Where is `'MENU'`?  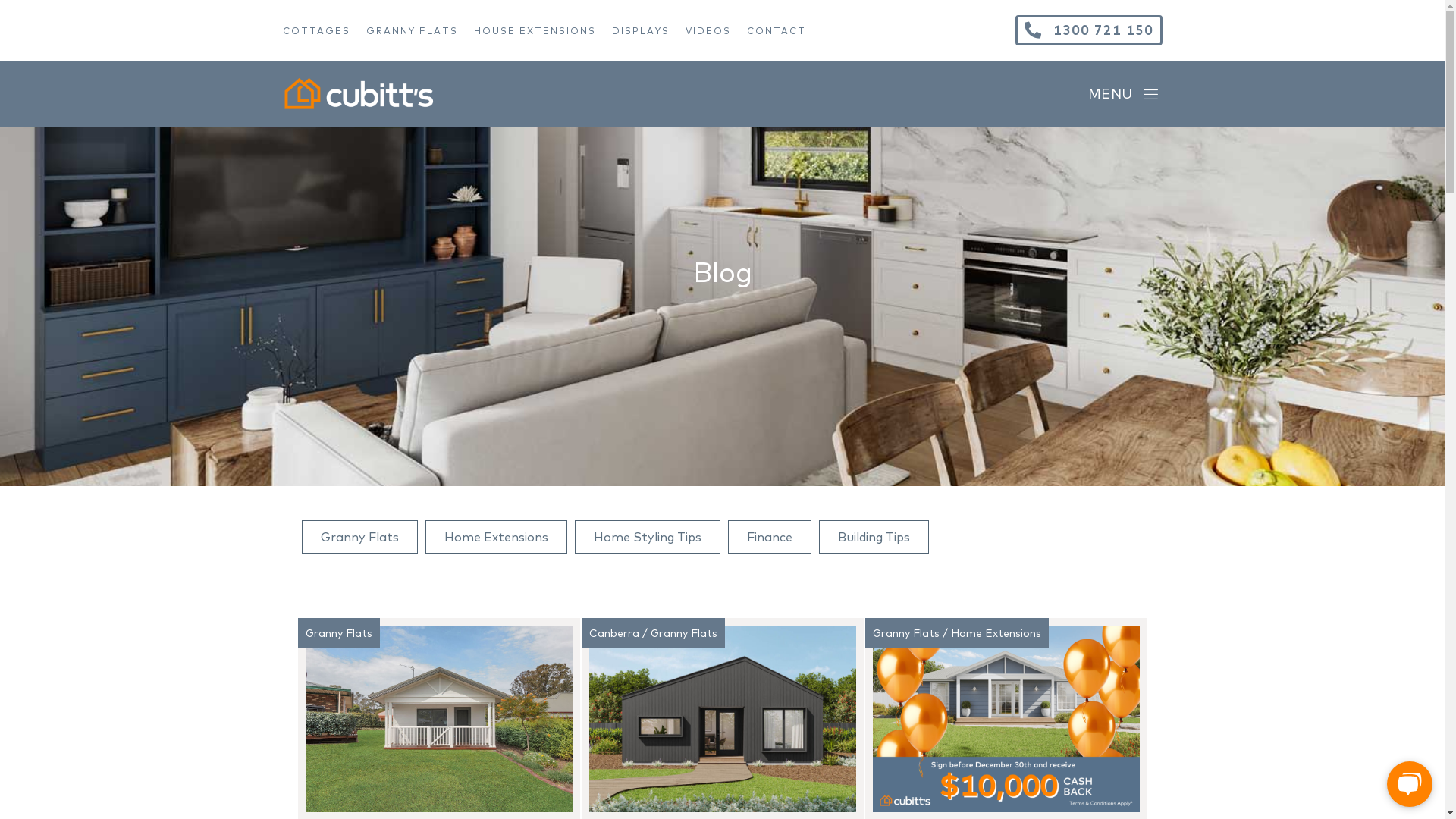
'MENU' is located at coordinates (1123, 93).